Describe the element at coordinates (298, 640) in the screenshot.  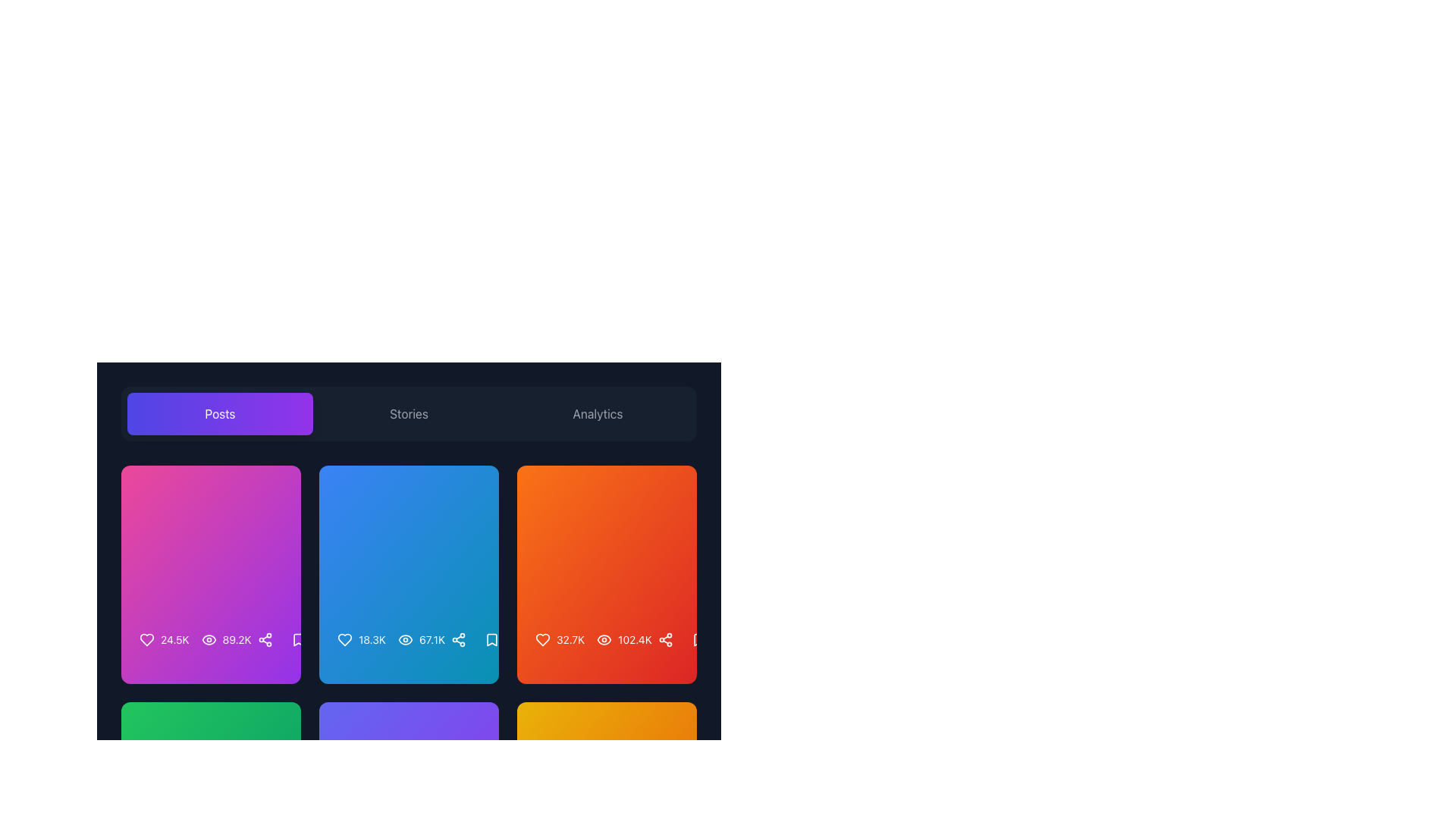
I see `the bookmark icon located in the bottom-right corner of the purple gradient card in the top-left section of the grid layout` at that location.